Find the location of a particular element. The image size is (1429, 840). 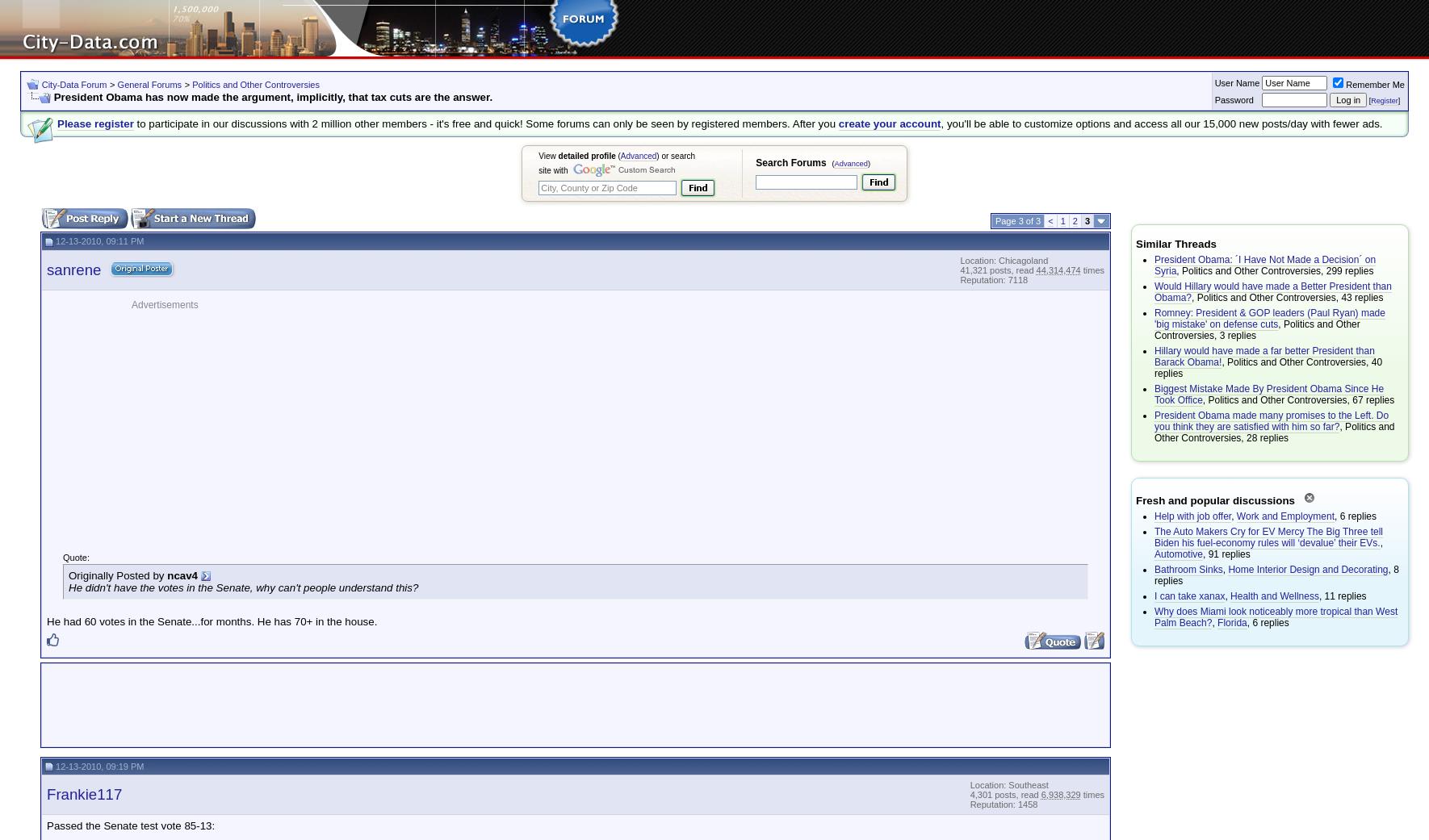

', 8 replies' is located at coordinates (1154, 574).